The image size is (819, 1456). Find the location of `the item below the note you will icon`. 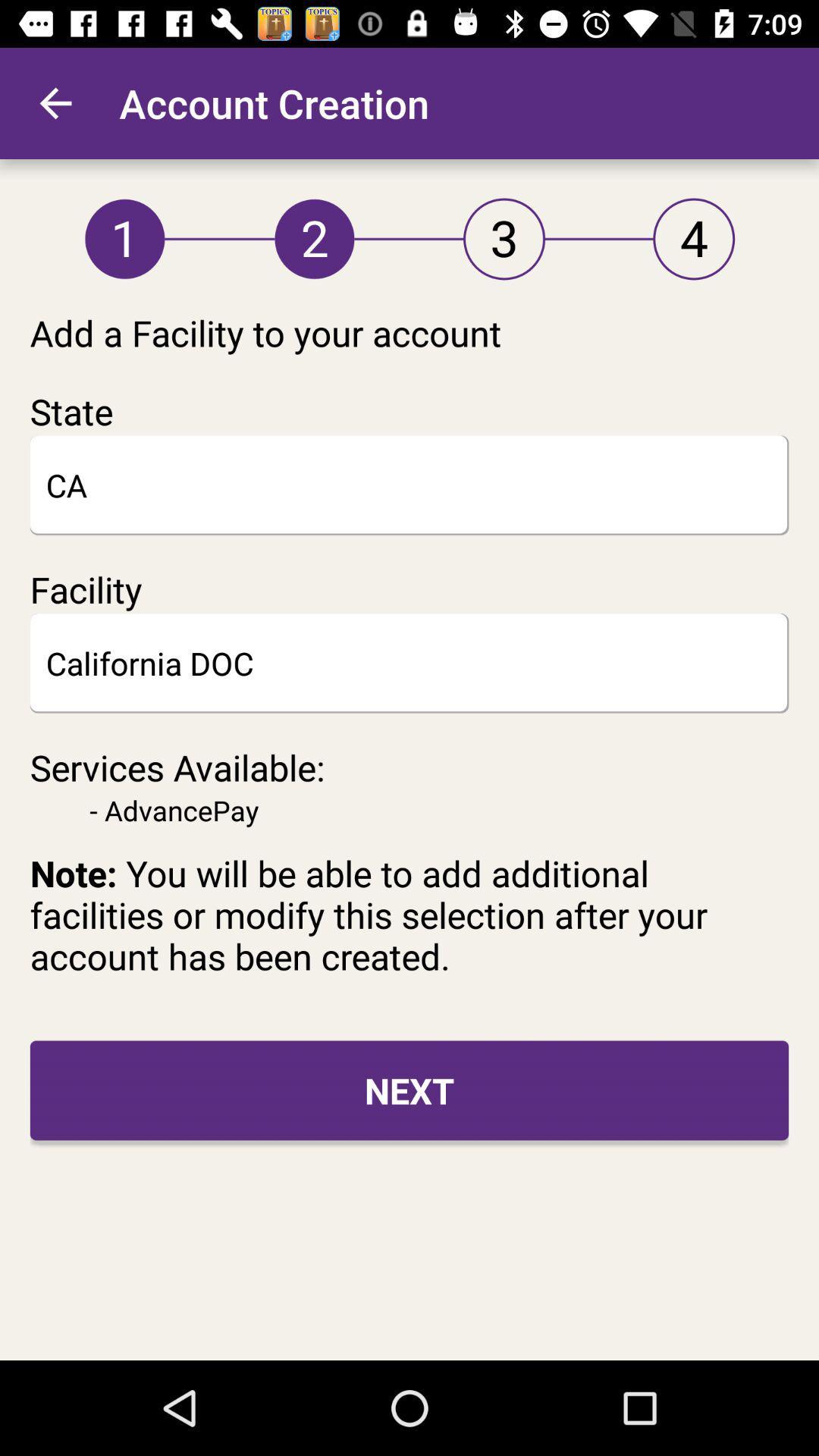

the item below the note you will icon is located at coordinates (409, 1090).